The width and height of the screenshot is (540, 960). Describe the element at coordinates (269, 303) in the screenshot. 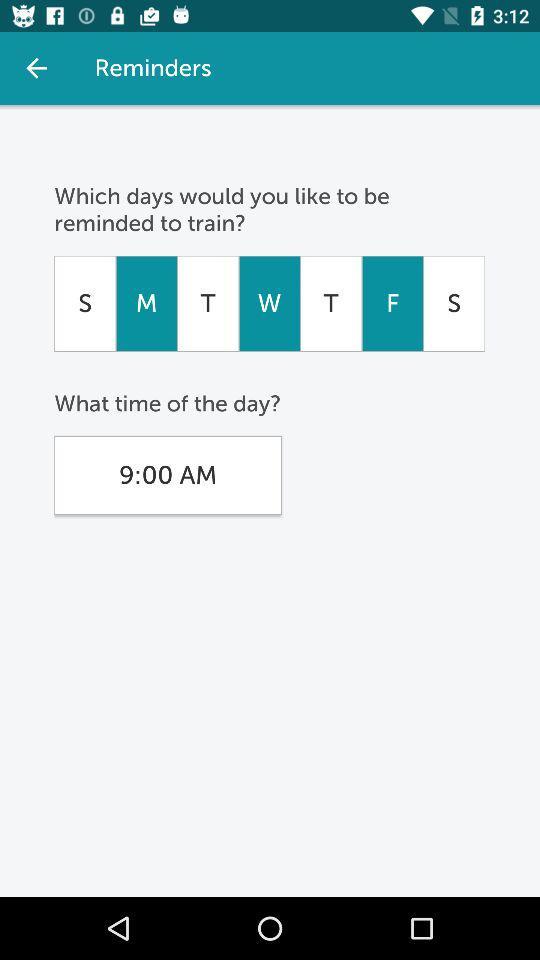

I see `w icon` at that location.